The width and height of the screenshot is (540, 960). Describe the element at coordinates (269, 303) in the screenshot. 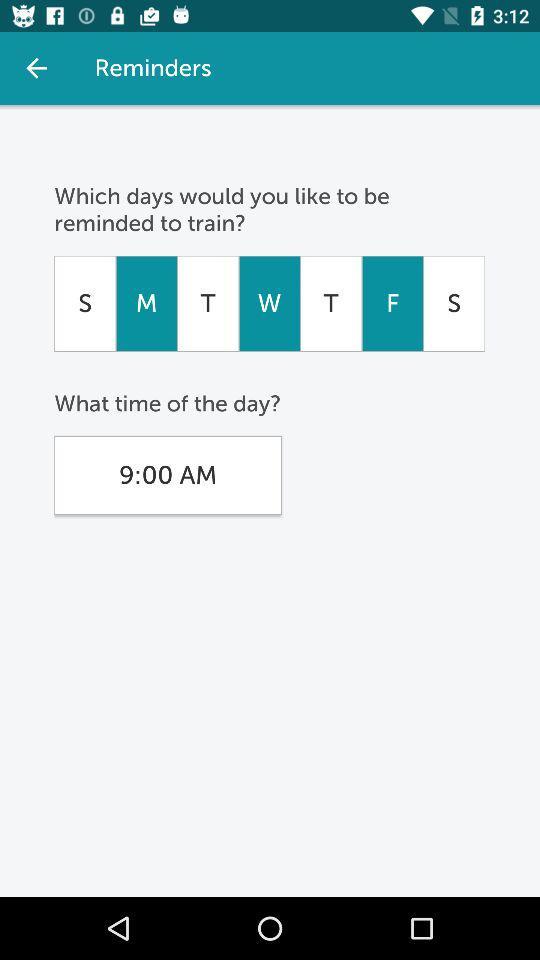

I see `w icon` at that location.